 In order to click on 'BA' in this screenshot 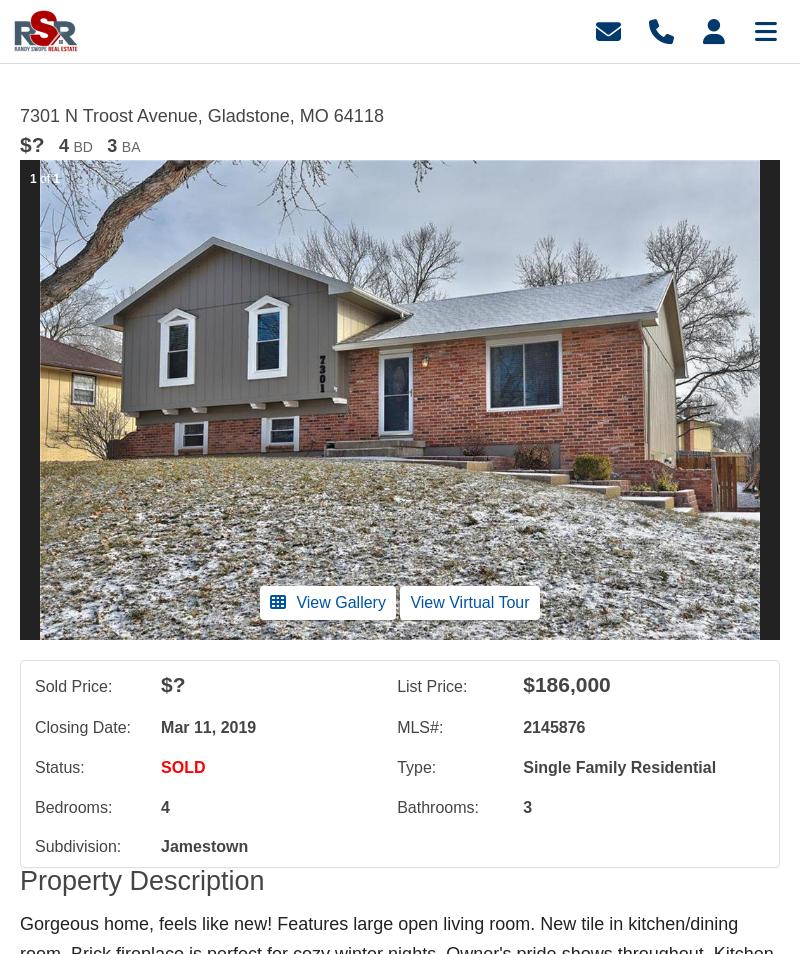, I will do `click(129, 146)`.